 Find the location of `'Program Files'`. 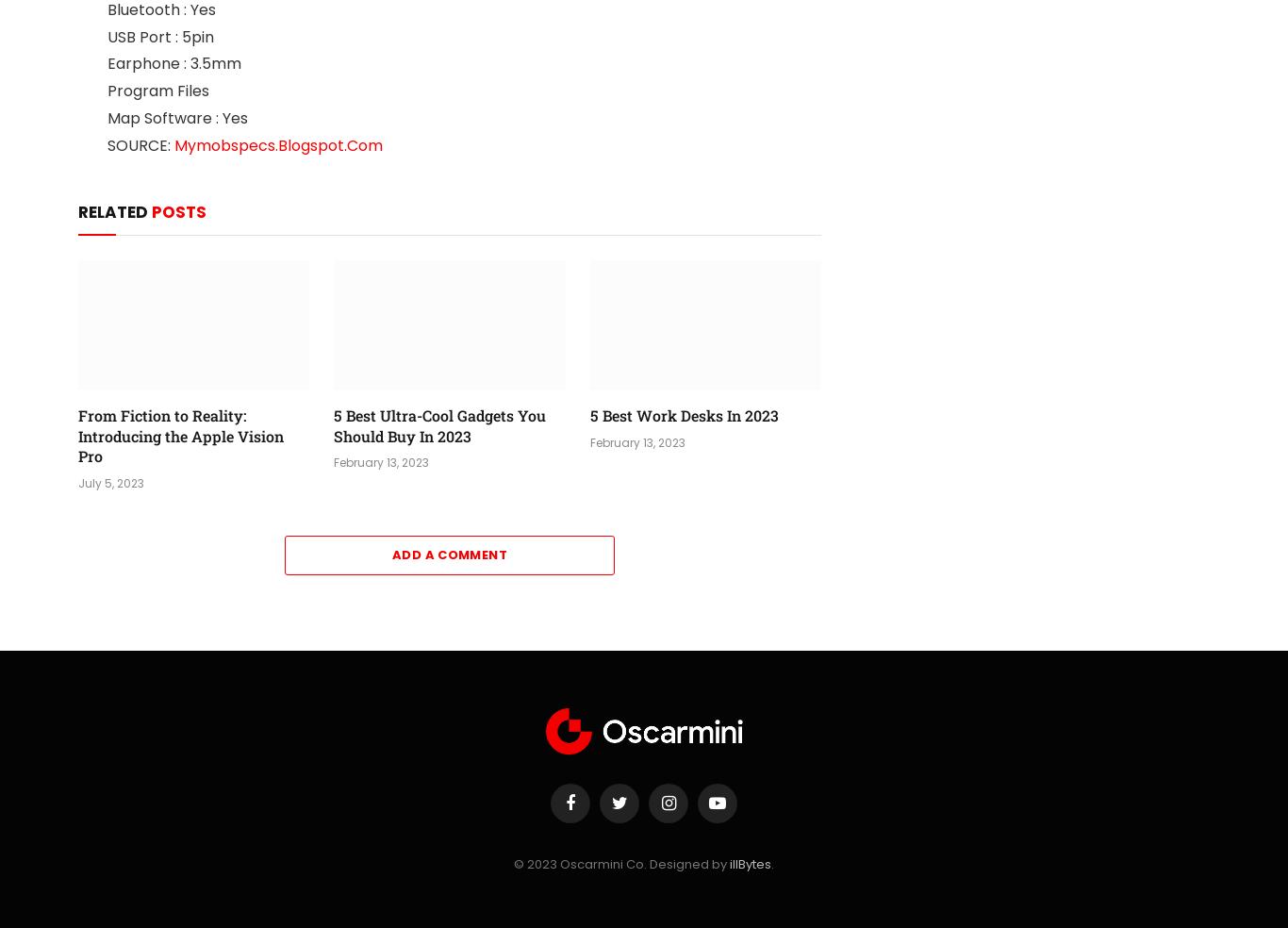

'Program Files' is located at coordinates (157, 90).